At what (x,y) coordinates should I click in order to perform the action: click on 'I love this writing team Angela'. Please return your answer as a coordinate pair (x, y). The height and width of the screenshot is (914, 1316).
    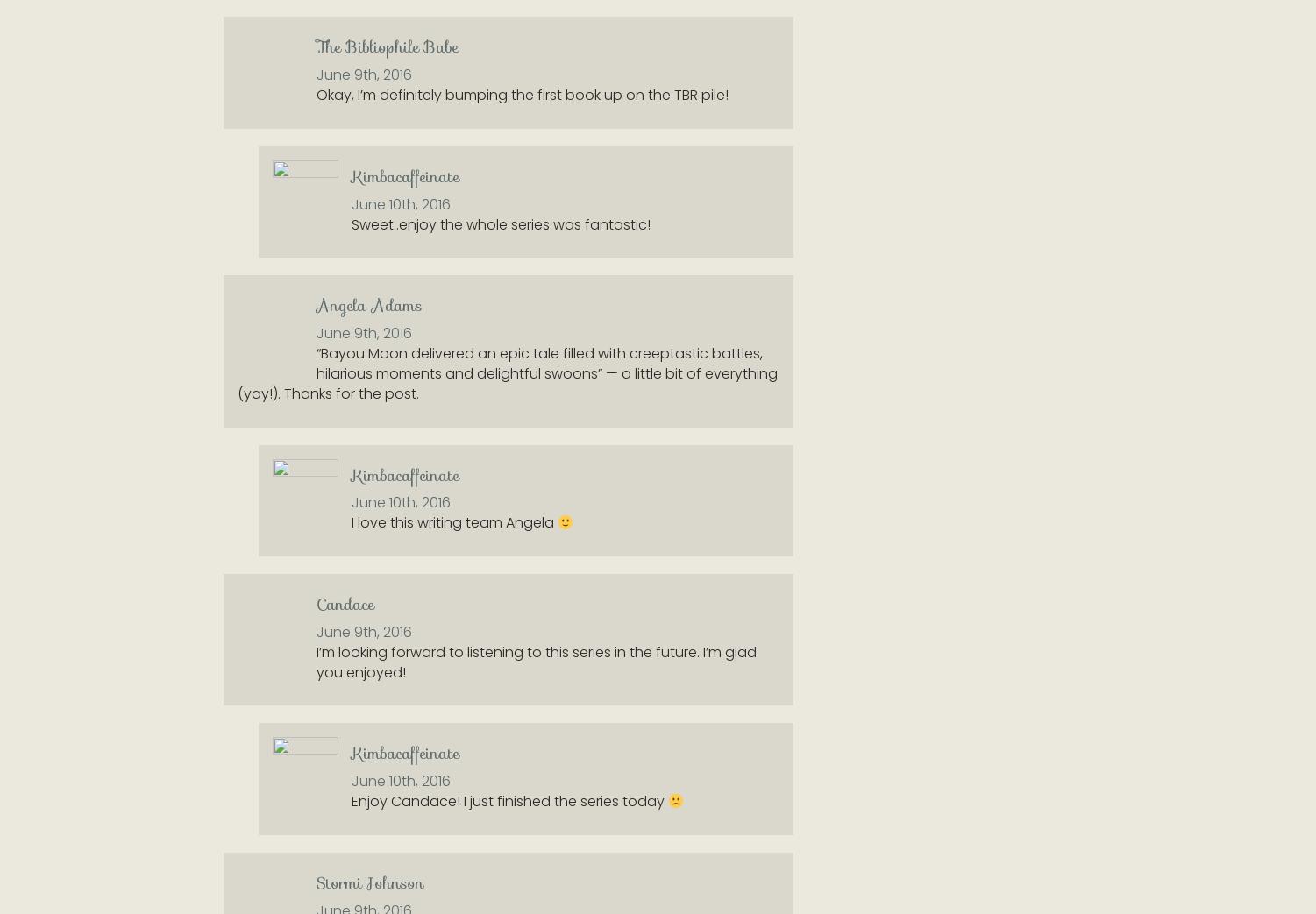
    Looking at the image, I should click on (453, 522).